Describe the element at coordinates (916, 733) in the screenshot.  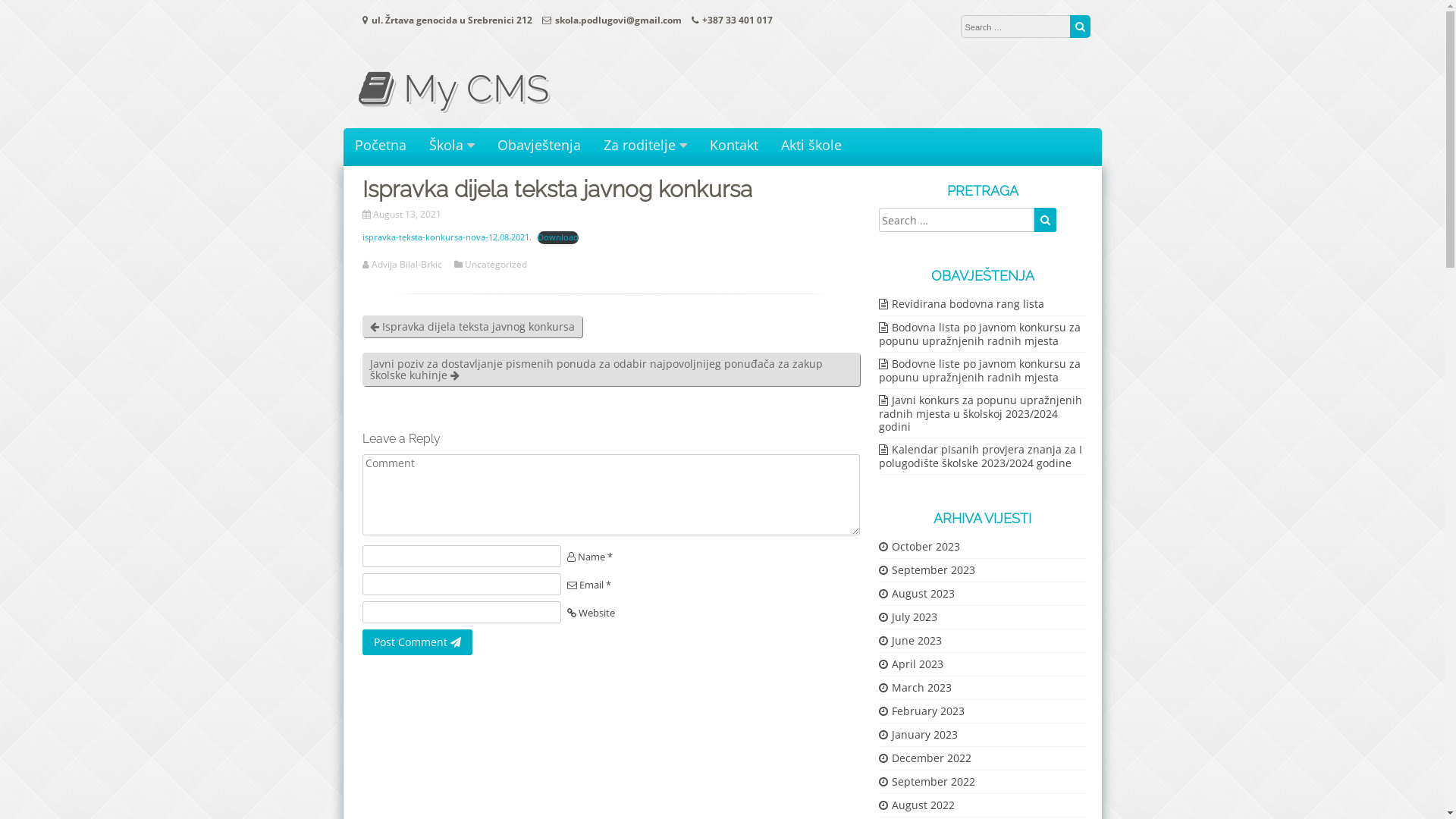
I see `'January 2023'` at that location.